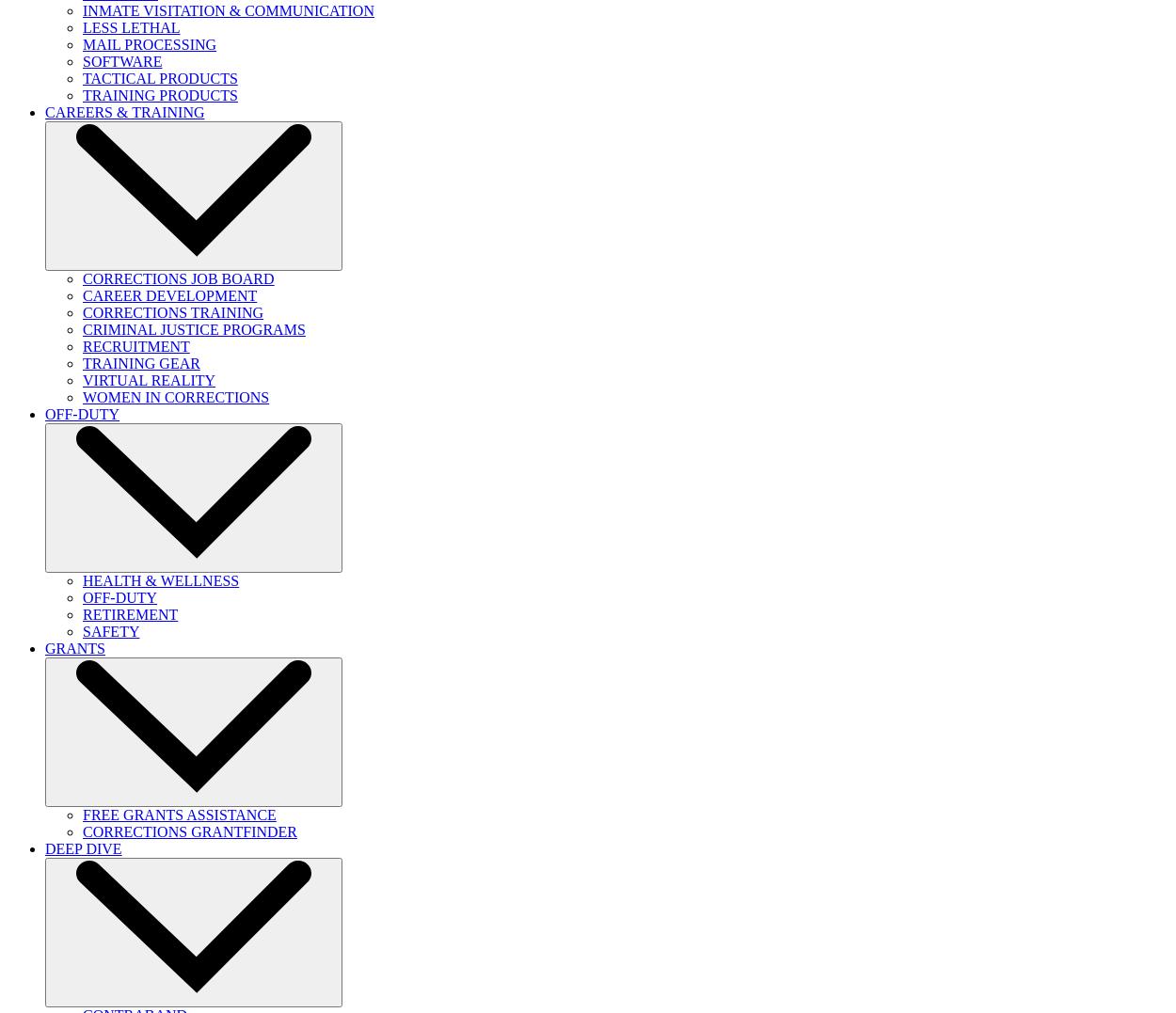 The height and width of the screenshot is (1013, 1176). What do you see at coordinates (110, 630) in the screenshot?
I see `'SAFETY'` at bounding box center [110, 630].